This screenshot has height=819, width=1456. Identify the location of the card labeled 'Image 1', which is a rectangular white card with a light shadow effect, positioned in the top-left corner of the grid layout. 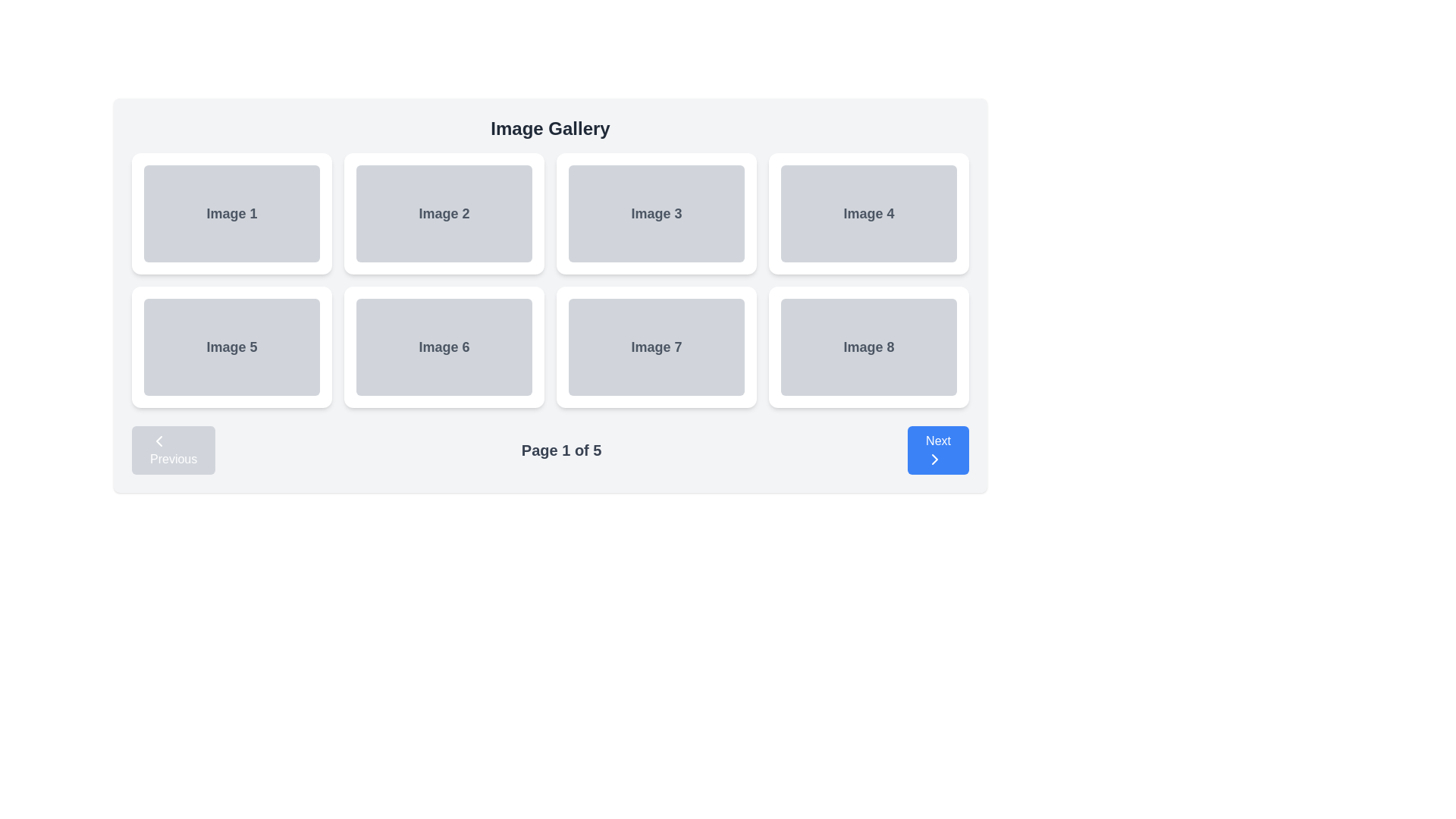
(231, 213).